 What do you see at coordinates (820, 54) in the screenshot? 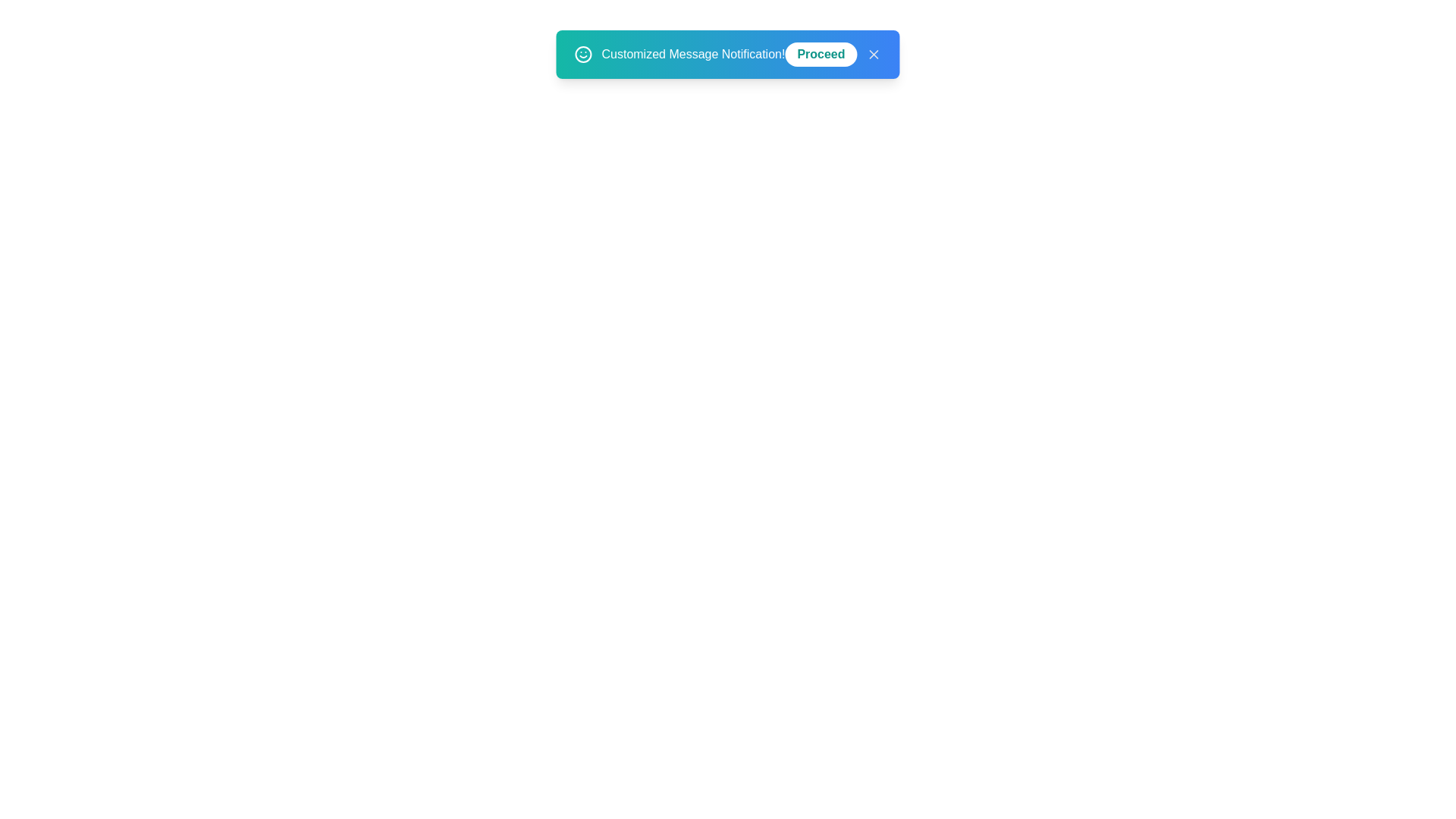
I see `the 'Proceed' button to trigger the alert action` at bounding box center [820, 54].